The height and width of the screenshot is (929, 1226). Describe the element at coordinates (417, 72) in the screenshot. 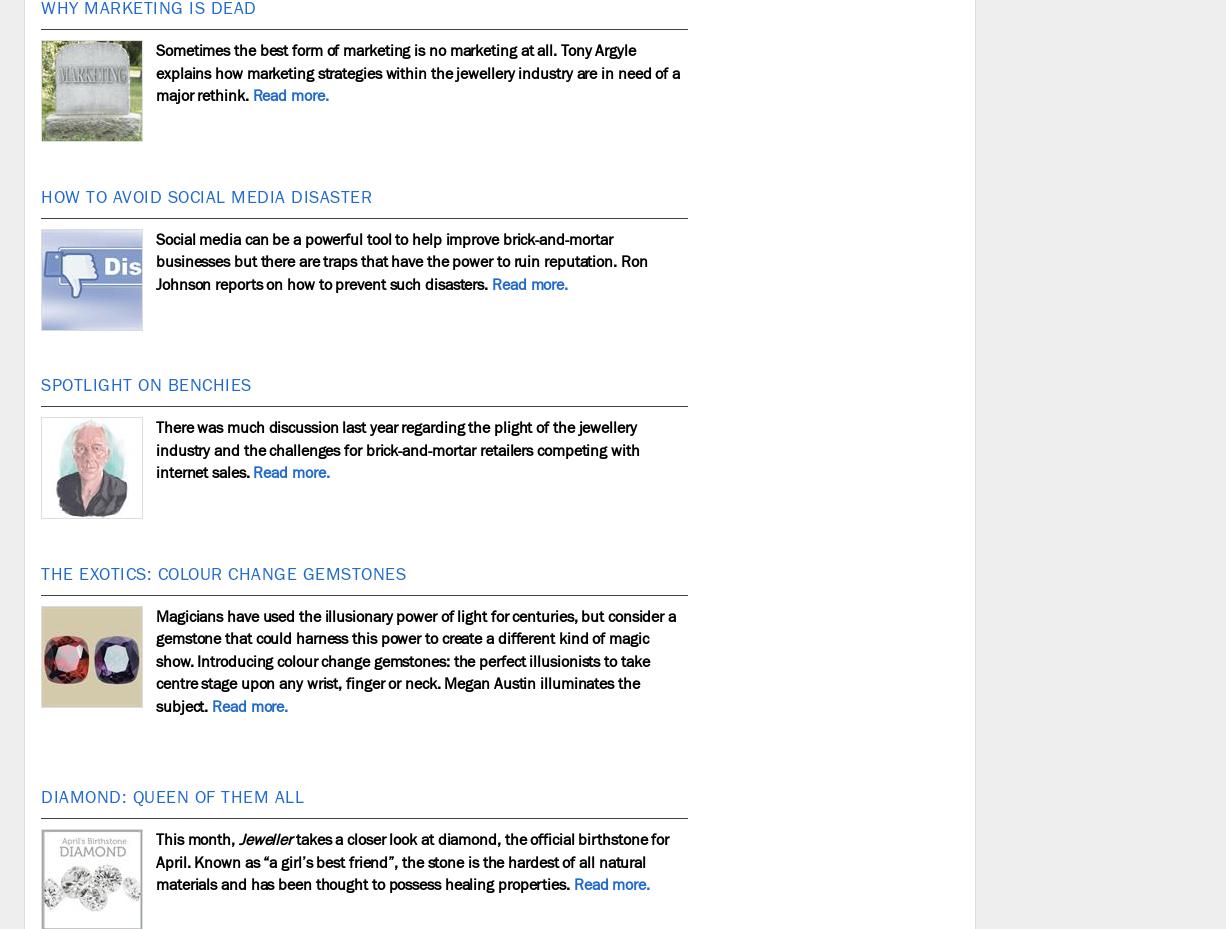

I see `'Sometimes the best form of marketing is no marketing at all. Tony Argyle
 explains how marketing strategies within the jewellery industry are in 
need of a major rethink.'` at that location.